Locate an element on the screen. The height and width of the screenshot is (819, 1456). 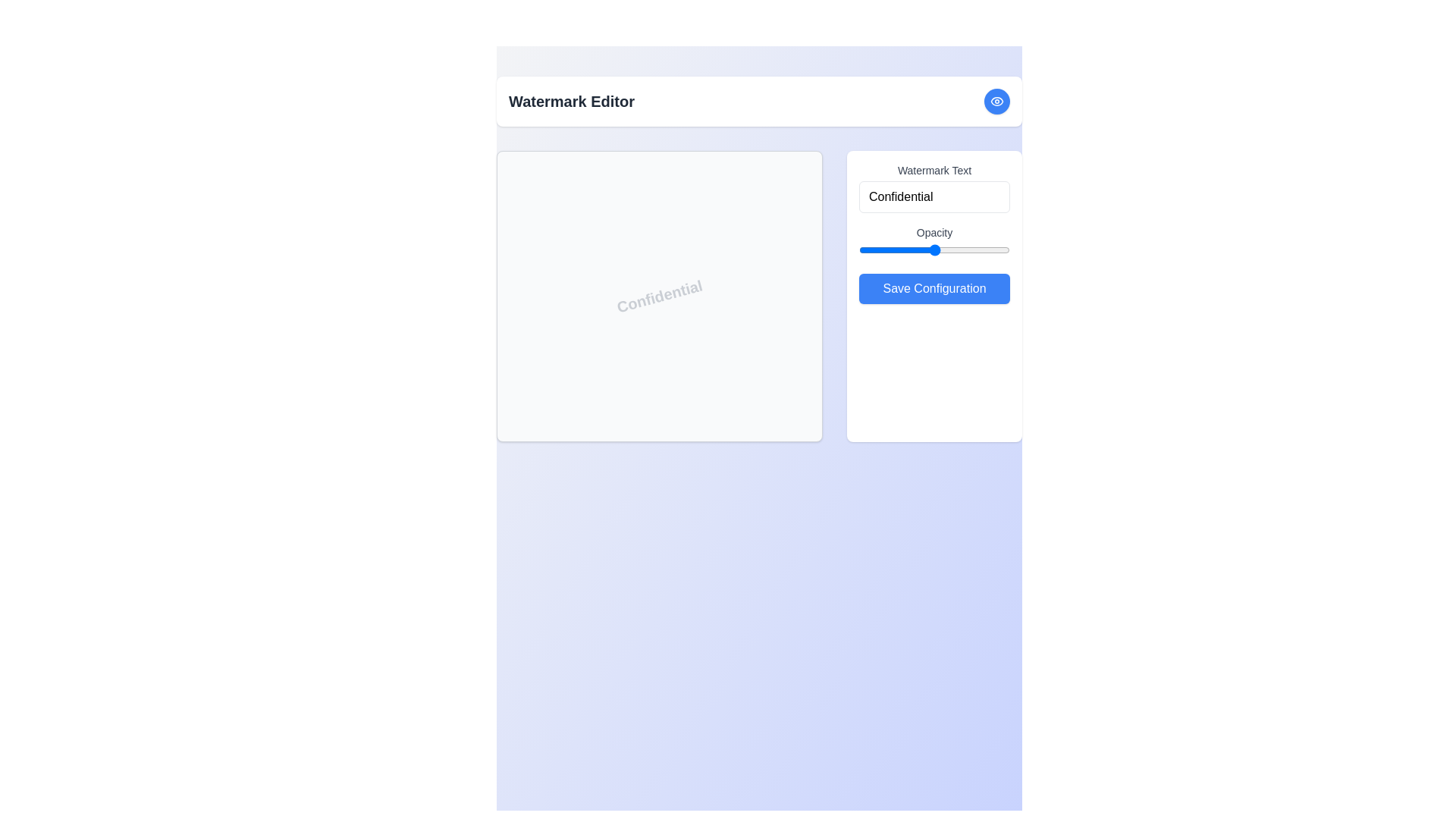
the visibility toggle icon located within the blue circular button in the top-right corner of the interface is located at coordinates (997, 102).